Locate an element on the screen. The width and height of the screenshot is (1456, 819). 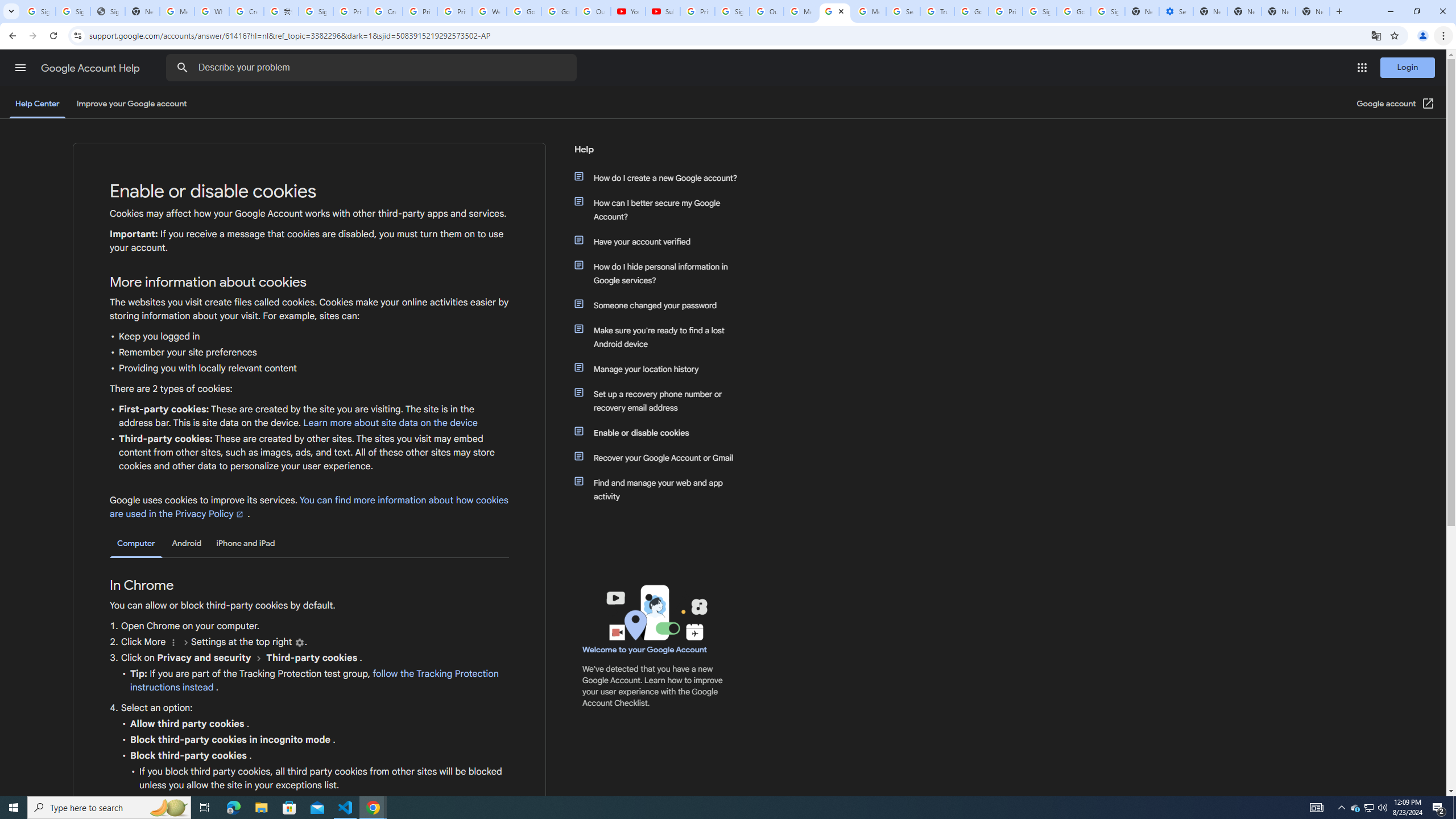
'Google Account Help' is located at coordinates (91, 68).